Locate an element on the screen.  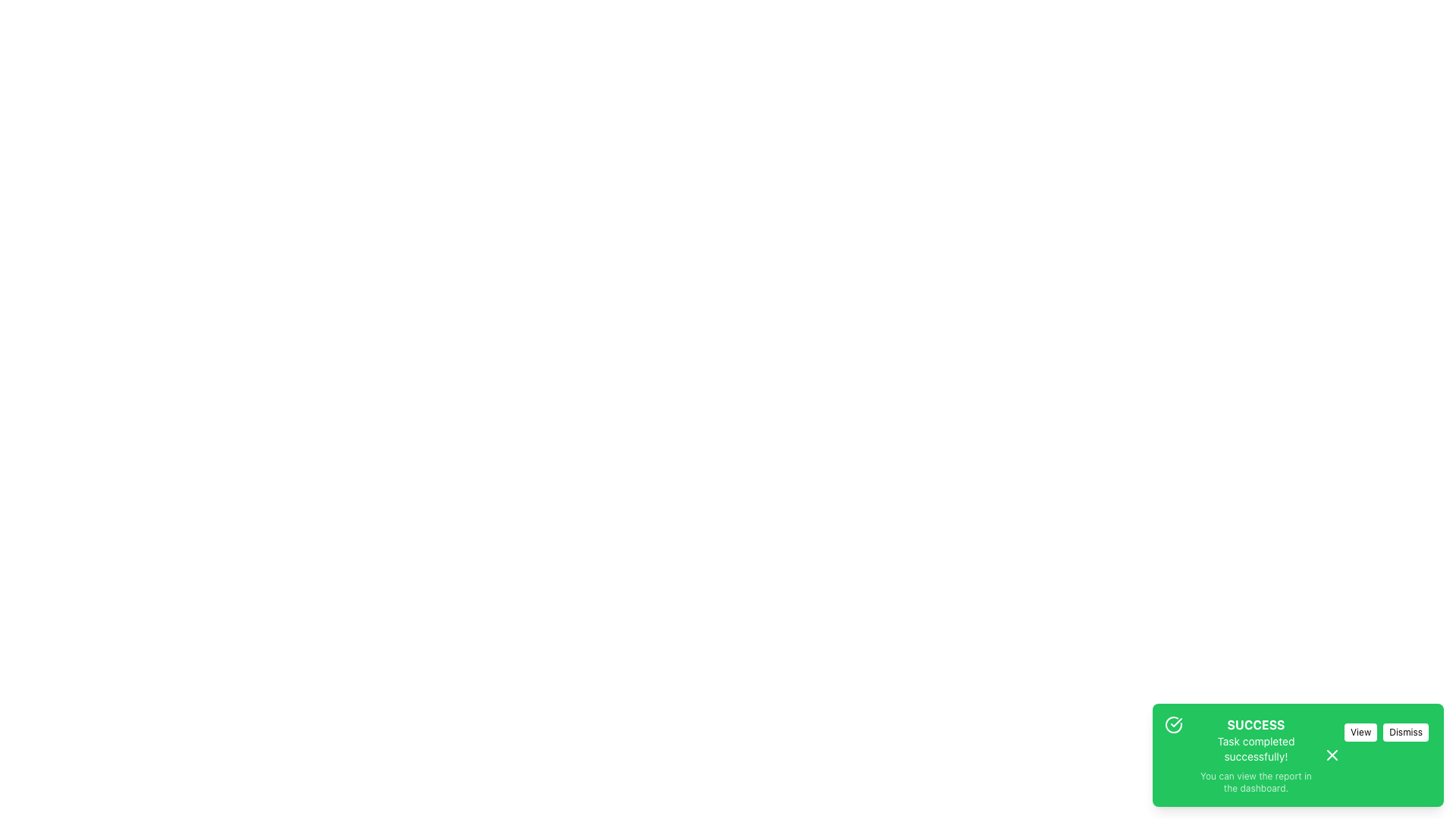
the static text element that conveys a success message, located in the green notification panel beneath the bolded text 'SUCCESS' is located at coordinates (1256, 748).